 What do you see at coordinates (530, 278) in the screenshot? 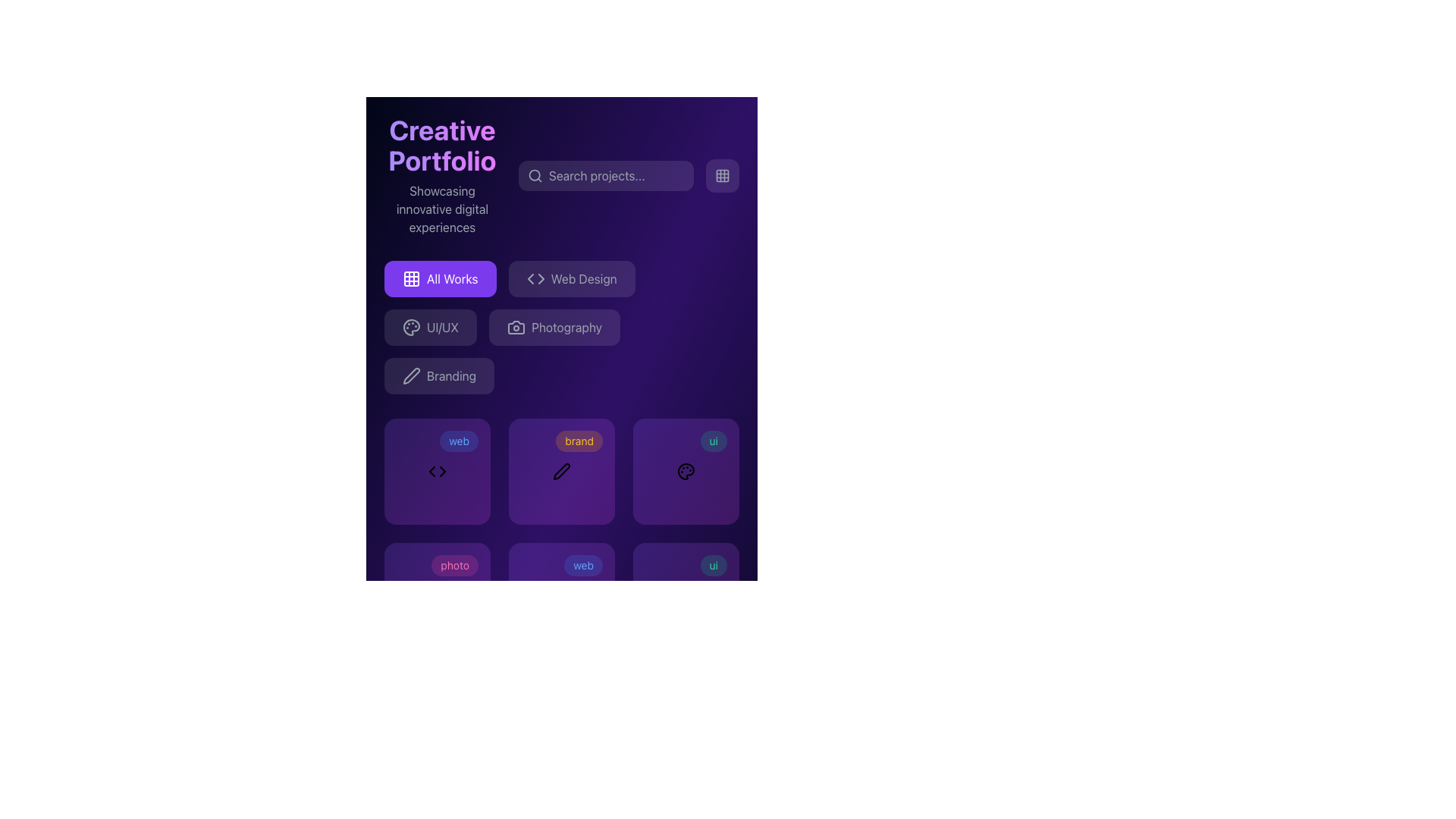
I see `the left-pointing arrow within the 'Web Design' code icon, which is a small triangular-shaped arrow located near the top section of the interface` at bounding box center [530, 278].